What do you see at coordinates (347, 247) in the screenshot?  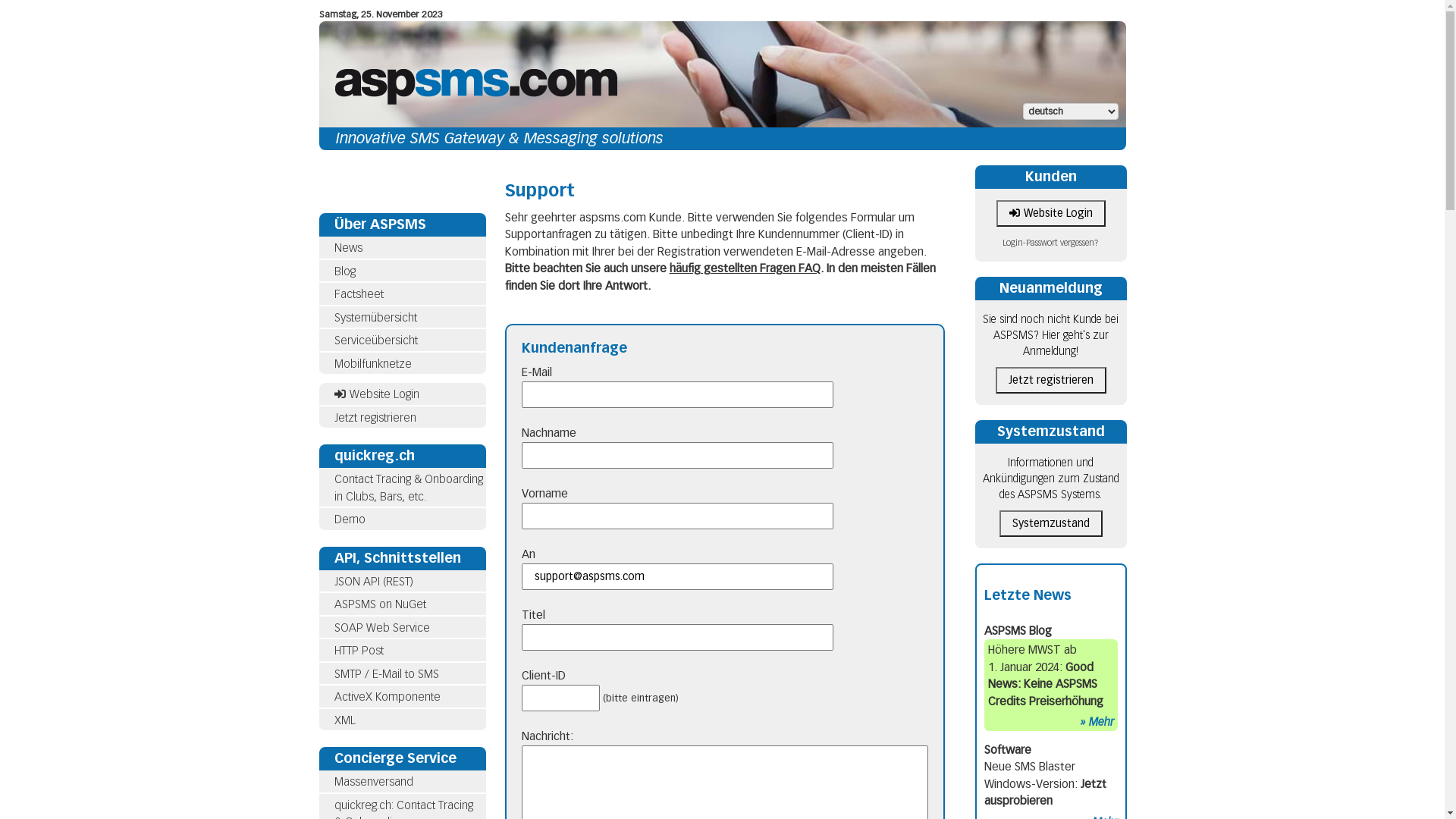 I see `'News'` at bounding box center [347, 247].